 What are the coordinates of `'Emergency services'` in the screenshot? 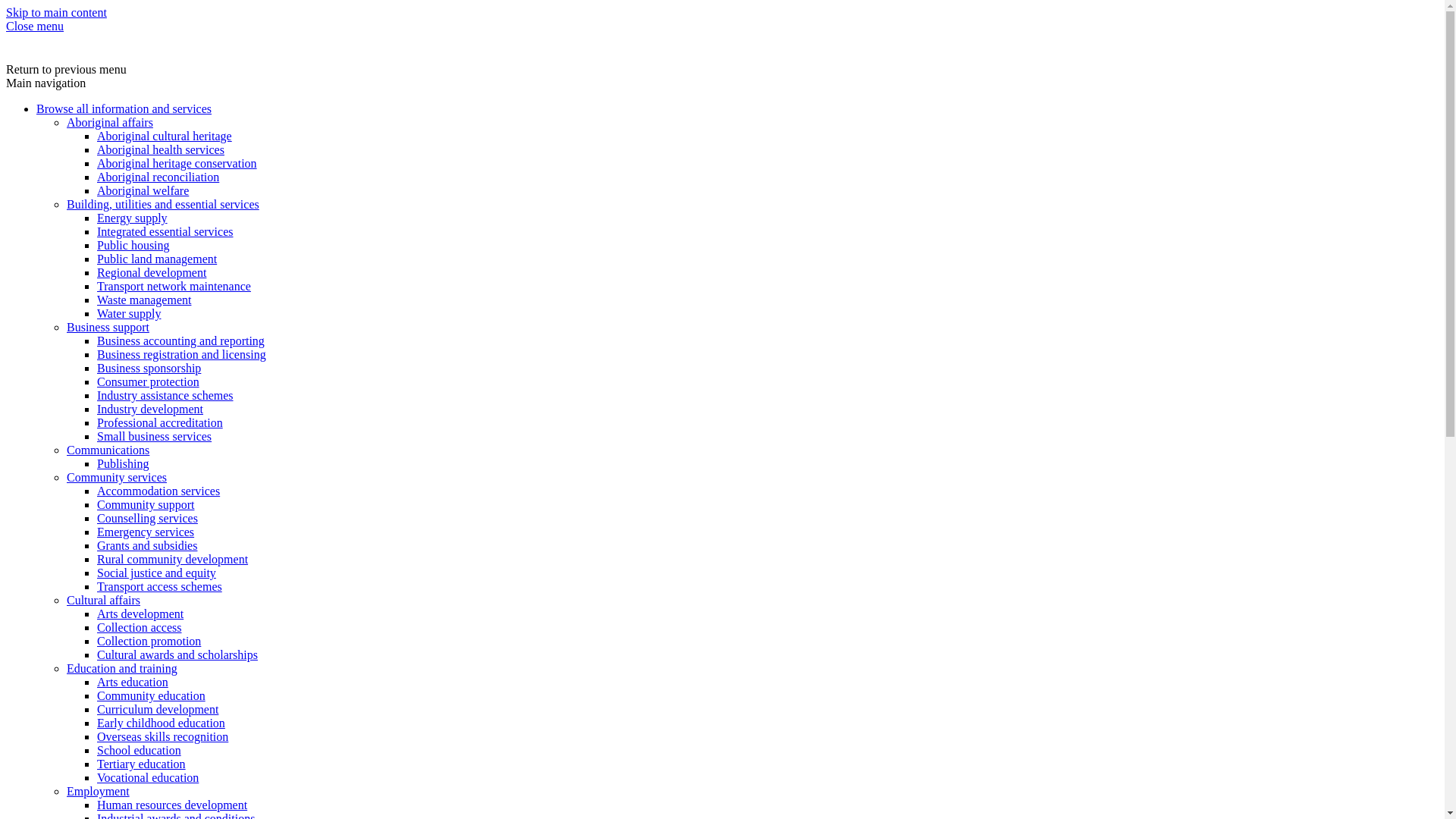 It's located at (146, 531).